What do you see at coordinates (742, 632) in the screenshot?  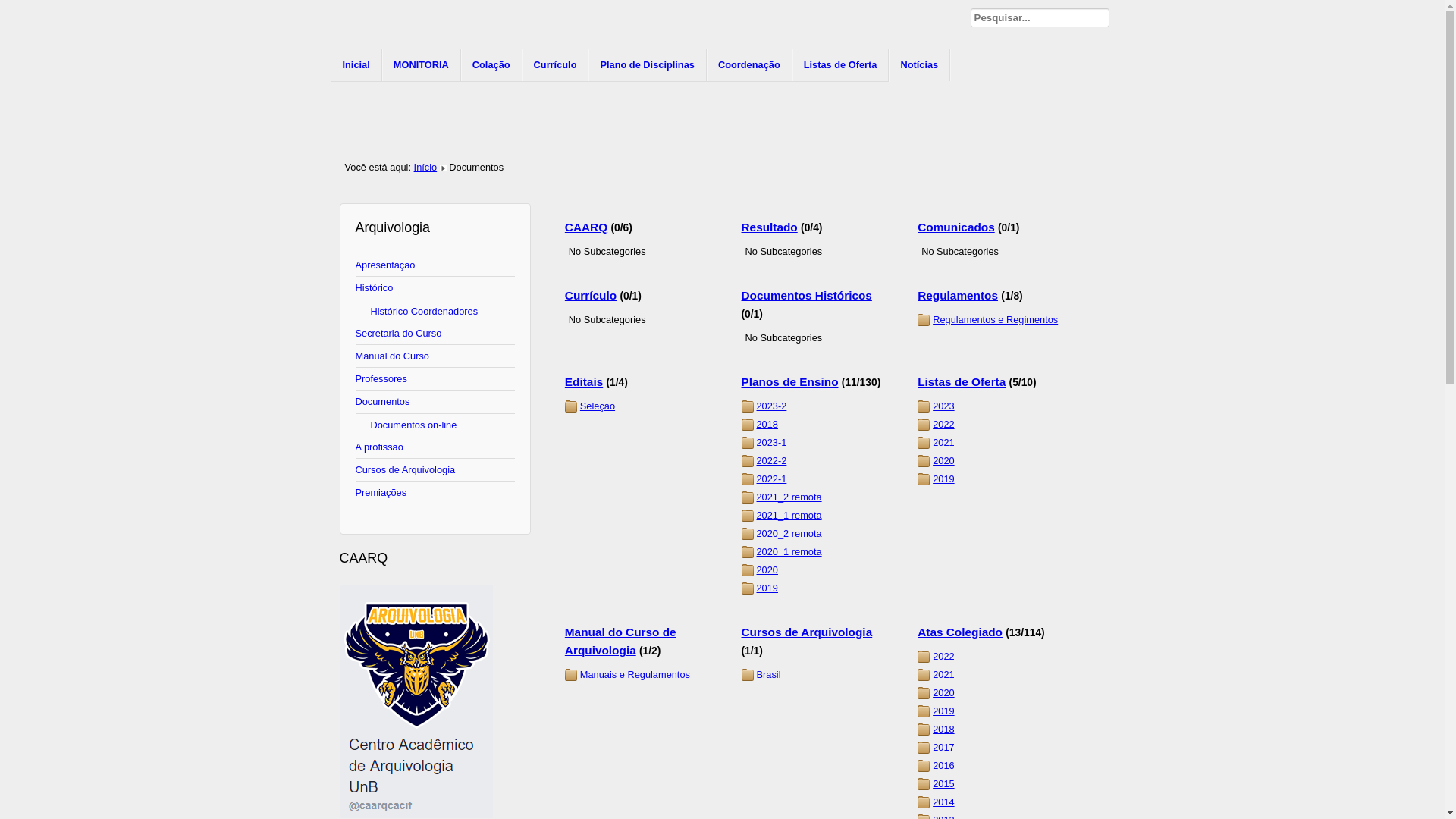 I see `'Cursos de Arquivologia'` at bounding box center [742, 632].